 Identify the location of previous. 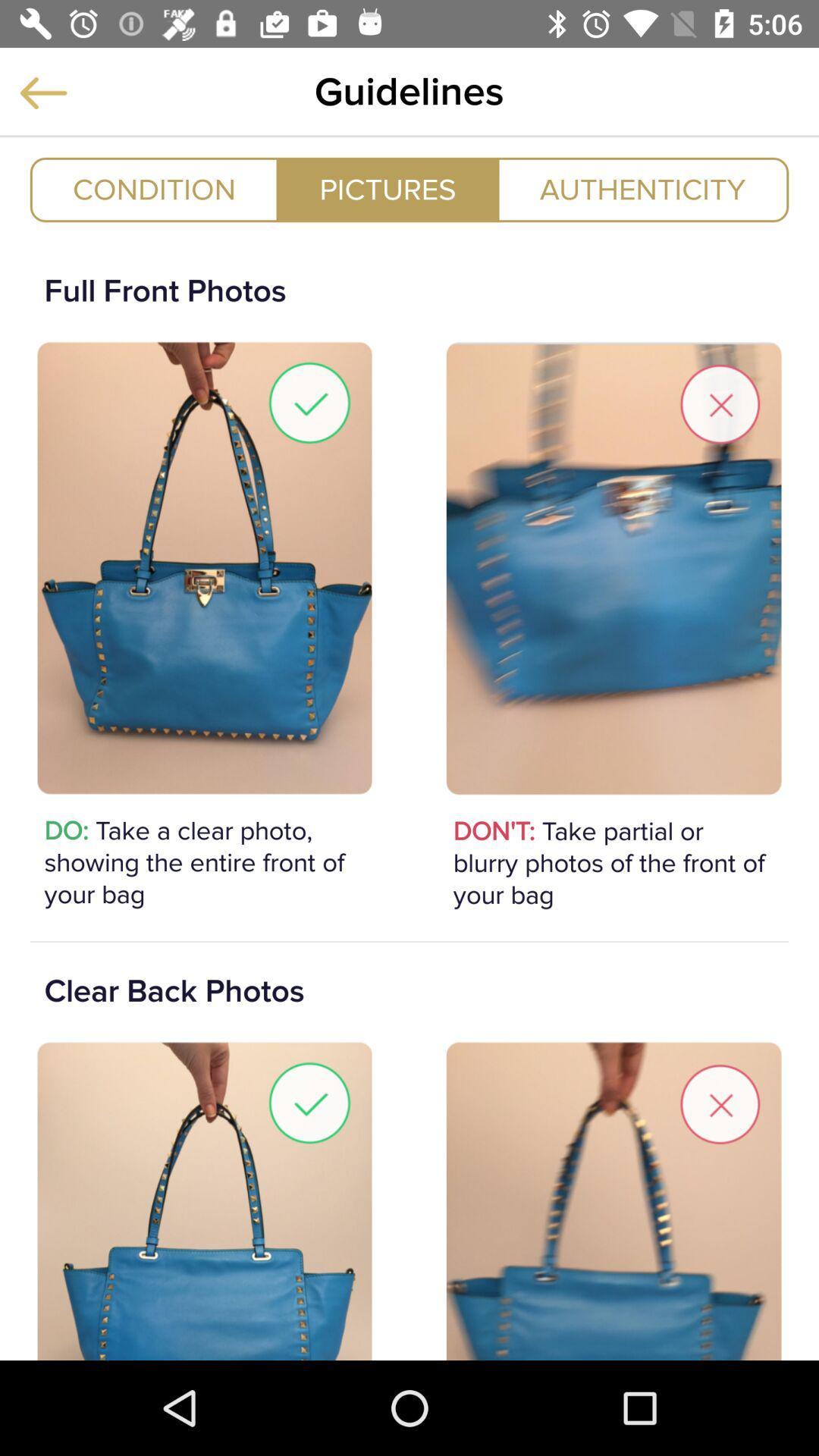
(42, 92).